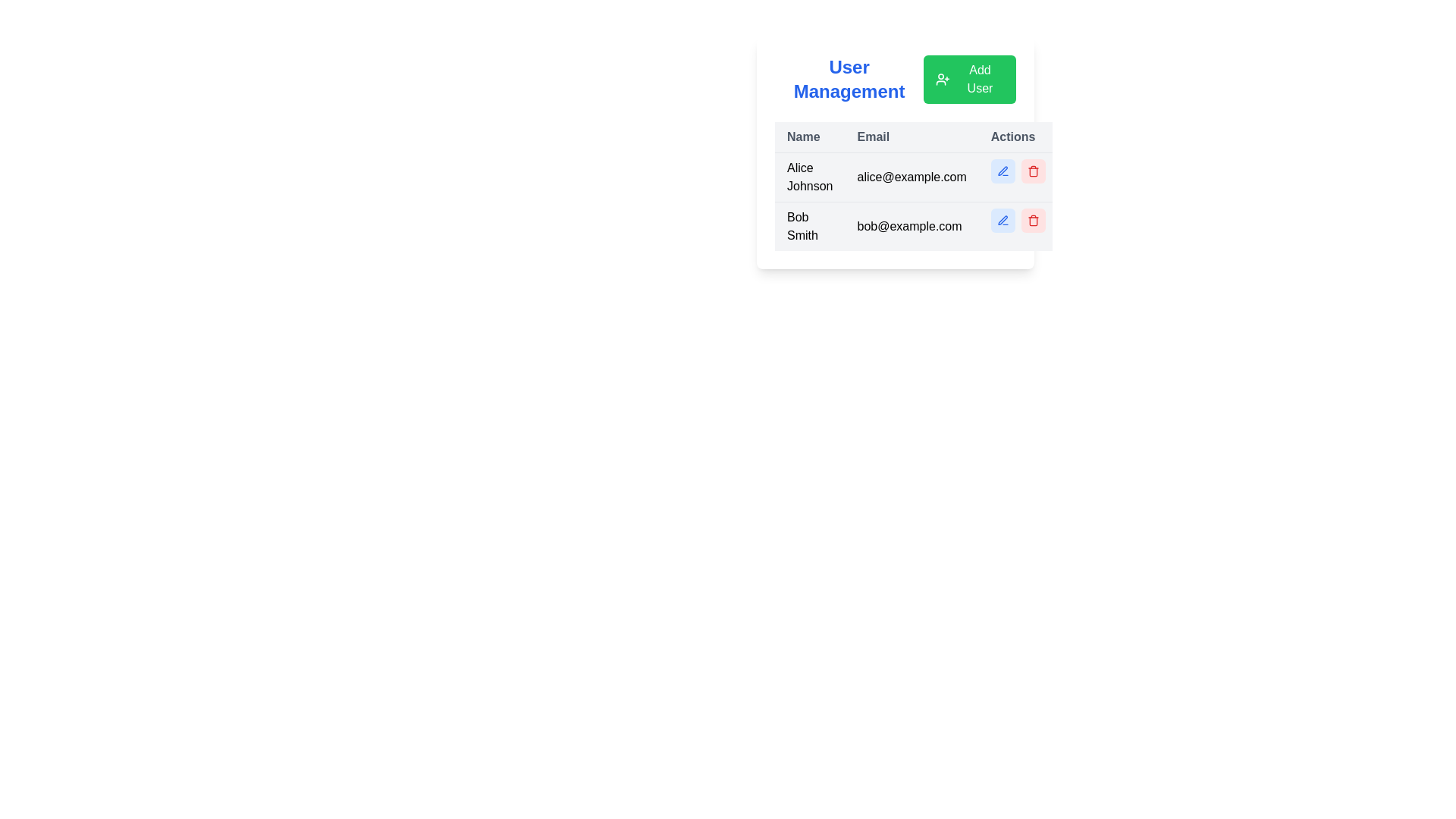 This screenshot has width=1456, height=819. Describe the element at coordinates (809, 137) in the screenshot. I see `the 'Name' header label in the table, which is the leftmost element among 'Name', 'Email', and 'Actions', located below the 'User Management' title` at that location.